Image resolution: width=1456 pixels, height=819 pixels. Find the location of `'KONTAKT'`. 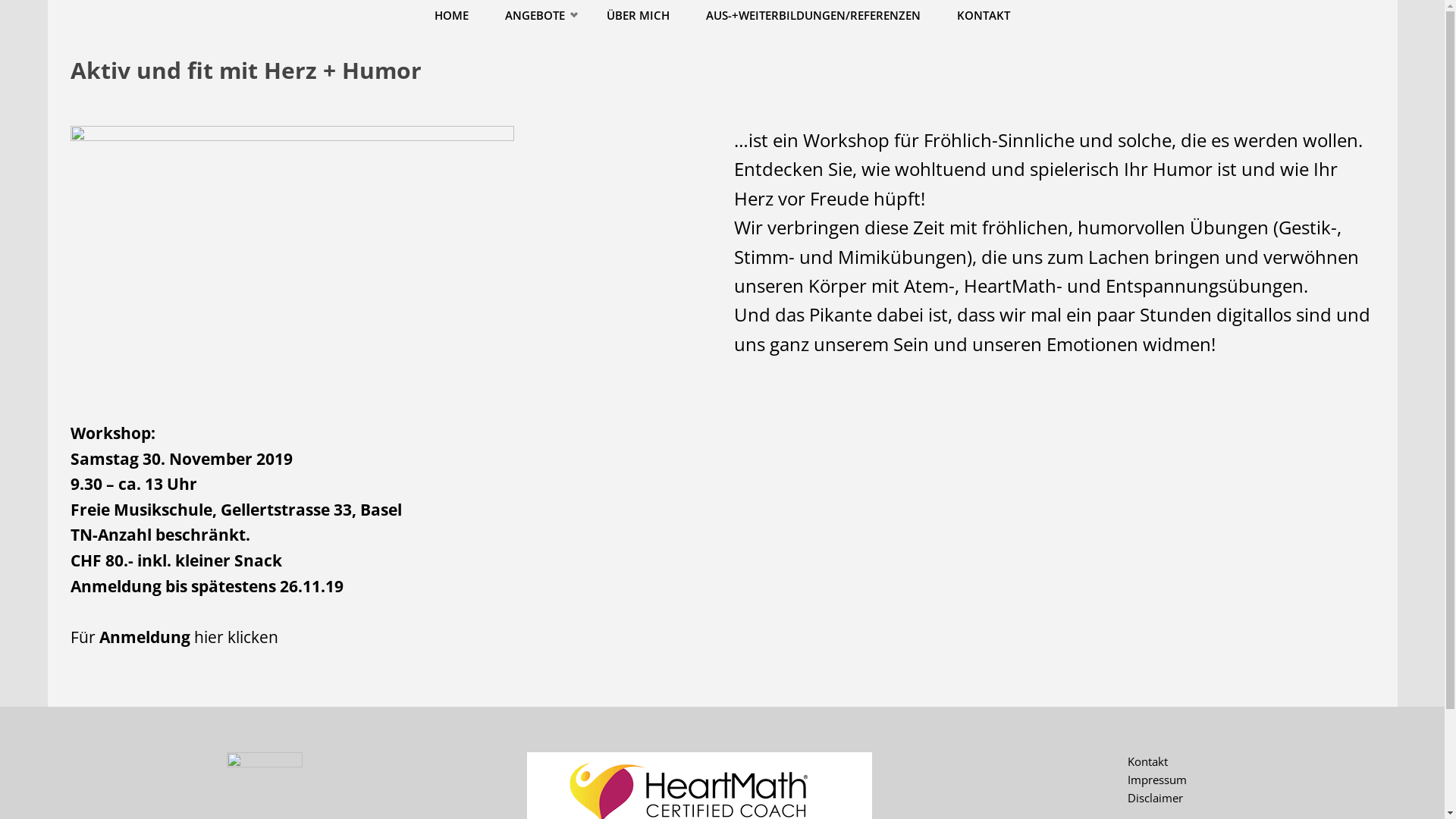

'KONTAKT' is located at coordinates (983, 14).